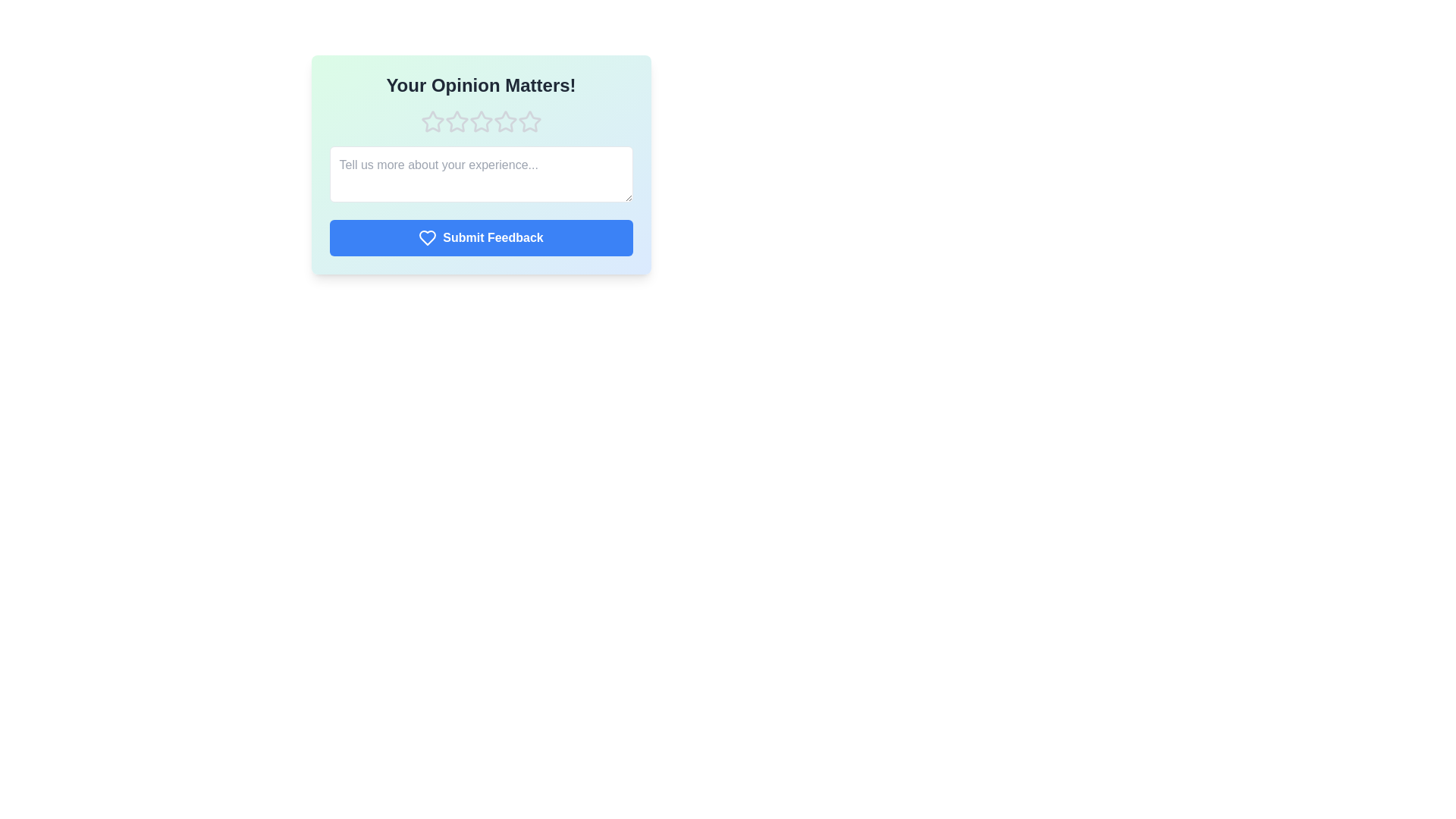 This screenshot has height=819, width=1456. I want to click on the feedback submission button located at the bottom center of the card layout to change its color from blue to a darker blue, so click(480, 237).